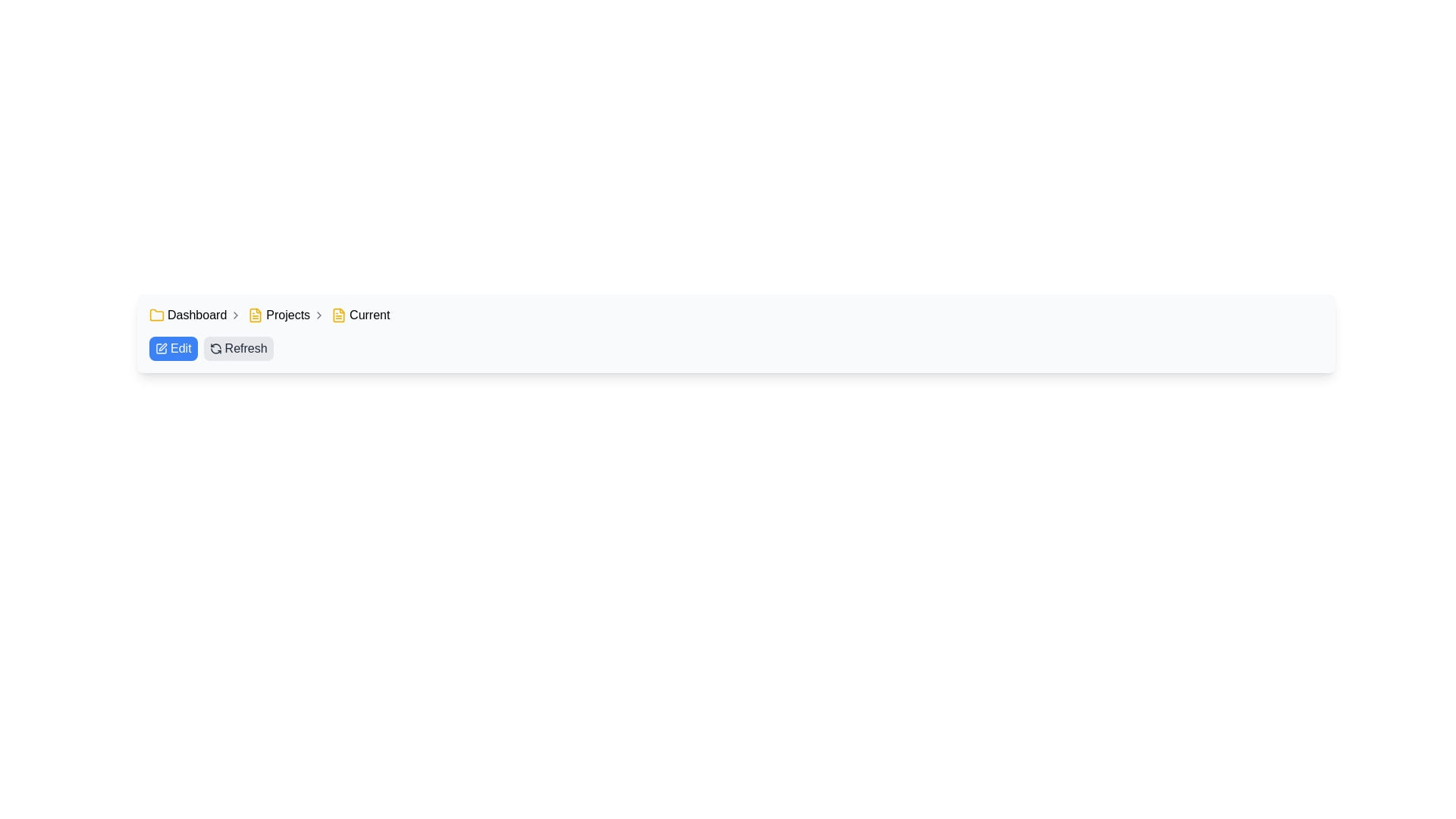 This screenshot has height=819, width=1456. What do you see at coordinates (359, 315) in the screenshot?
I see `the 'Current' label in the breadcrumb navigation, which is the third item and has a small yellow file icon to its left` at bounding box center [359, 315].